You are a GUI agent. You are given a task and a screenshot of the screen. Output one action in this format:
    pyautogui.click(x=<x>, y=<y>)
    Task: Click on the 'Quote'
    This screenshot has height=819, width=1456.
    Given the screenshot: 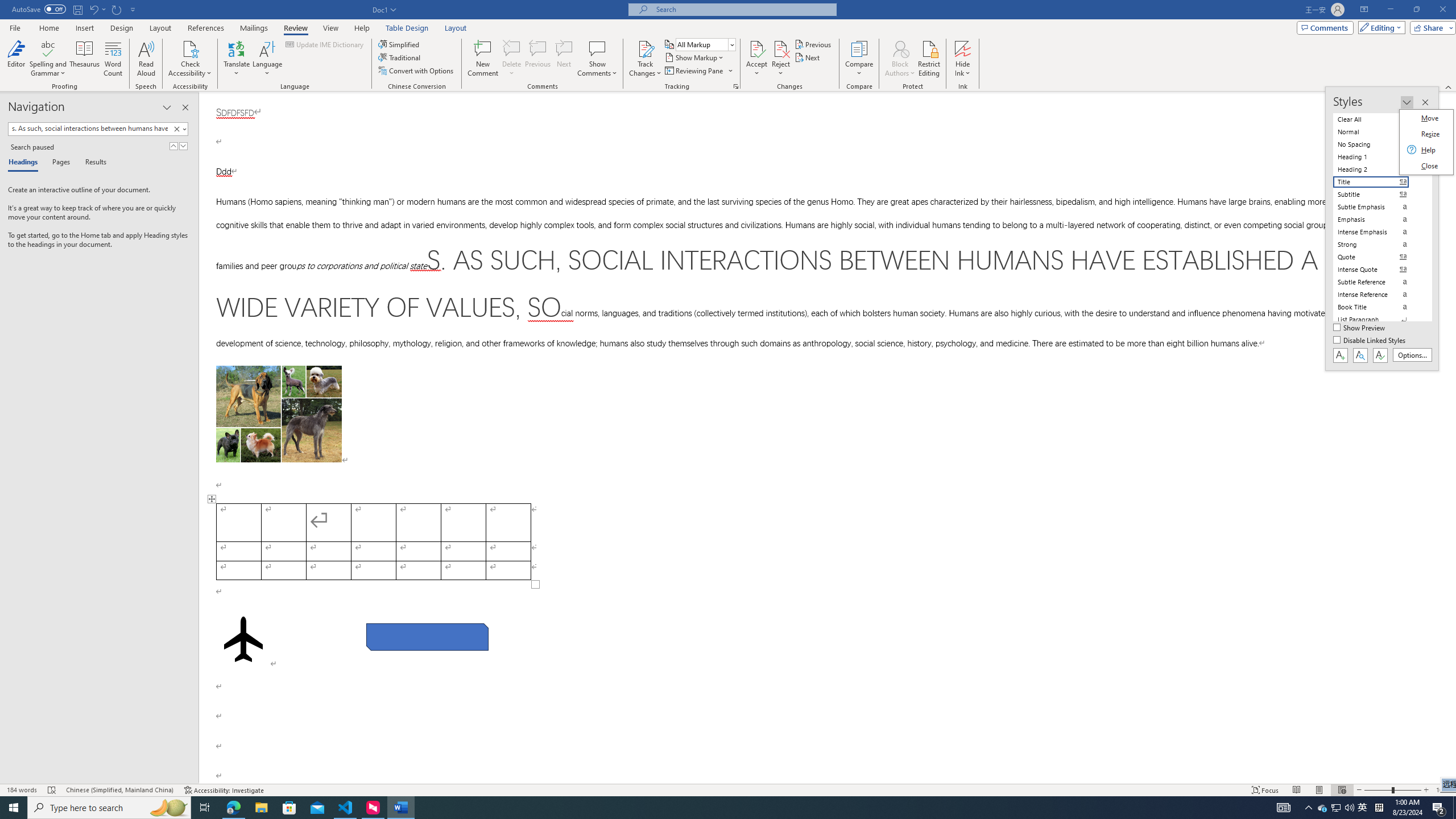 What is the action you would take?
    pyautogui.click(x=1378, y=257)
    